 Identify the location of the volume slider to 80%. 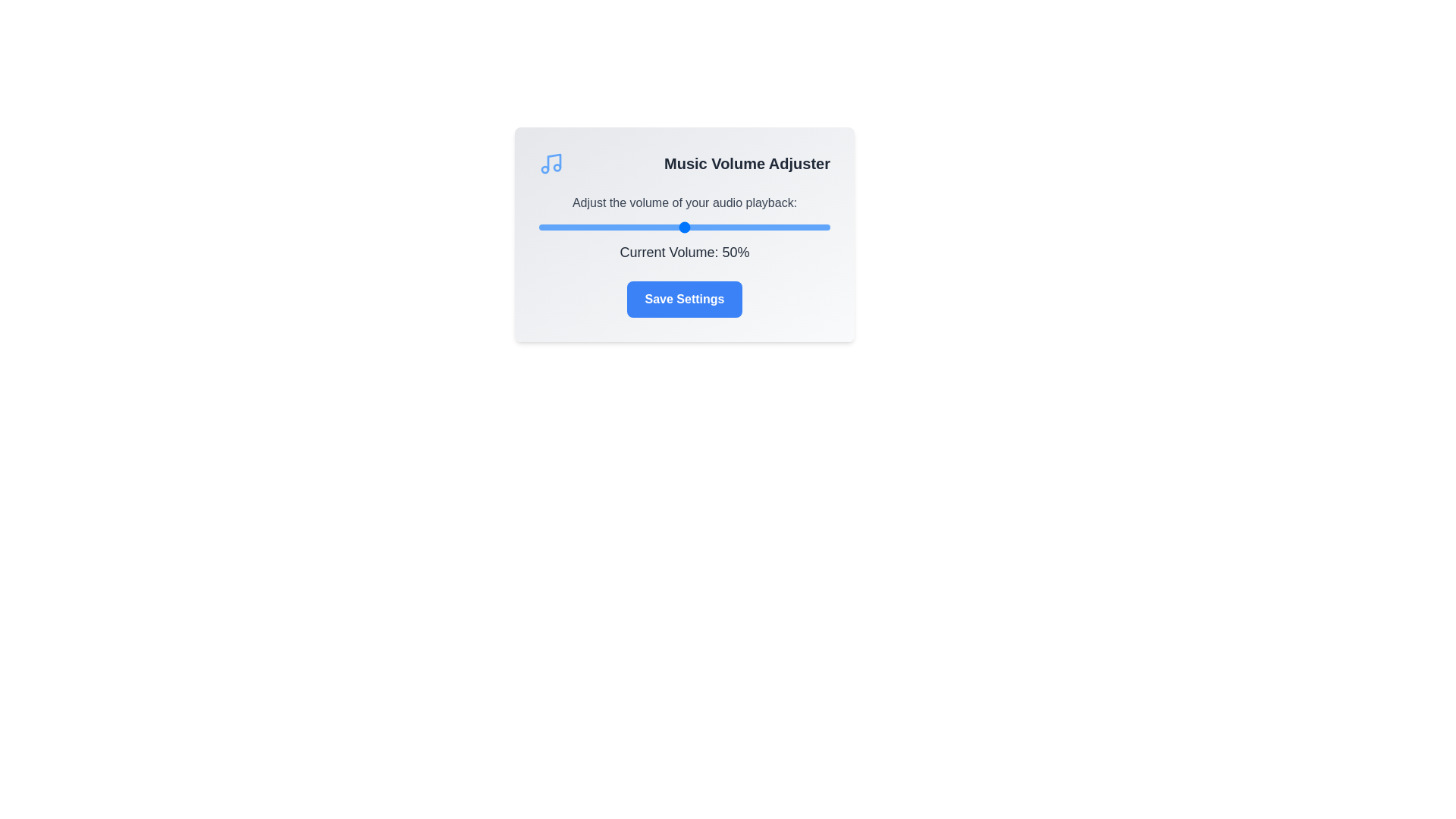
(772, 227).